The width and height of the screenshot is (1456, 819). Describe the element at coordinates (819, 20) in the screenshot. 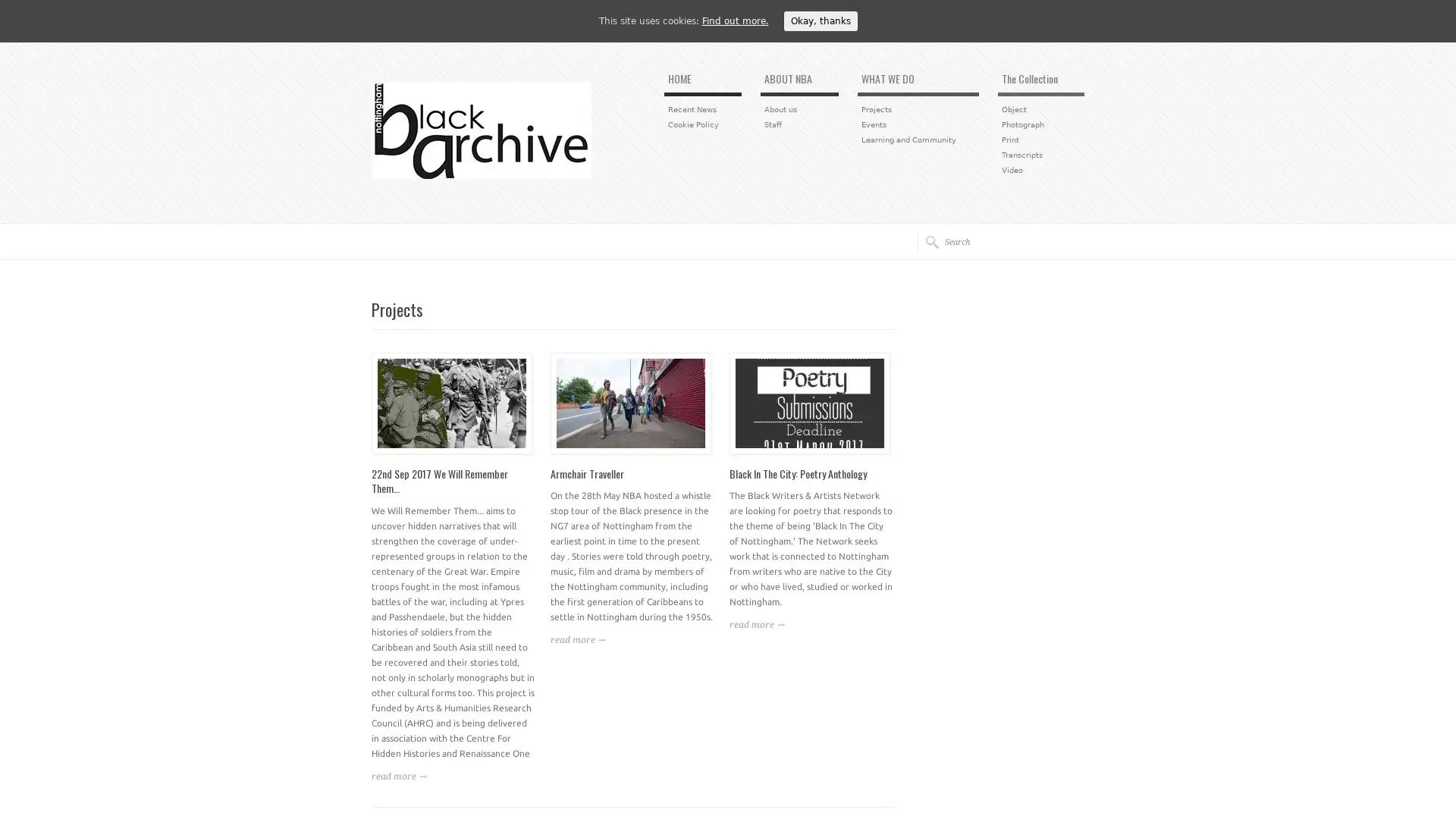

I see `Okay, thanks` at that location.